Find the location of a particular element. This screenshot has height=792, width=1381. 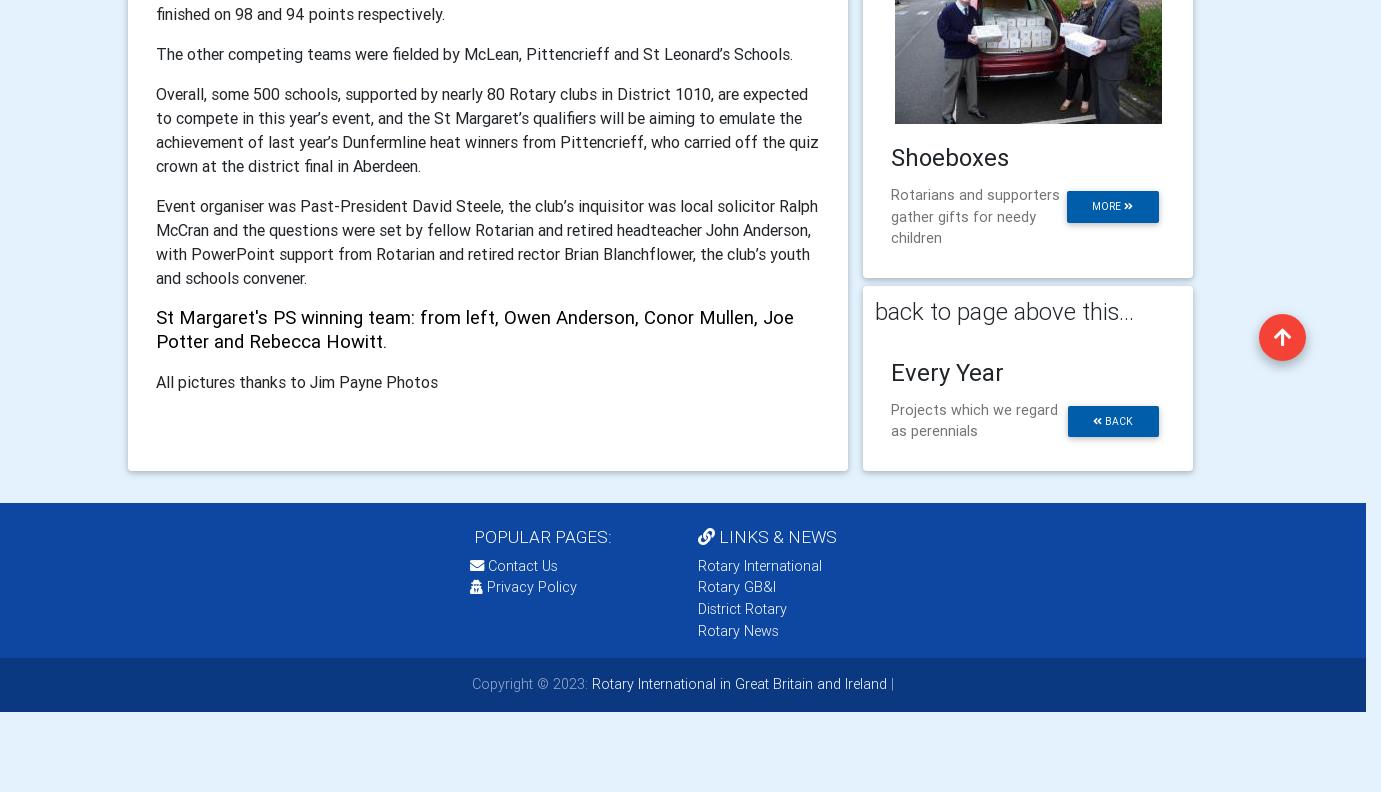

'Every Year' is located at coordinates (946, 371).